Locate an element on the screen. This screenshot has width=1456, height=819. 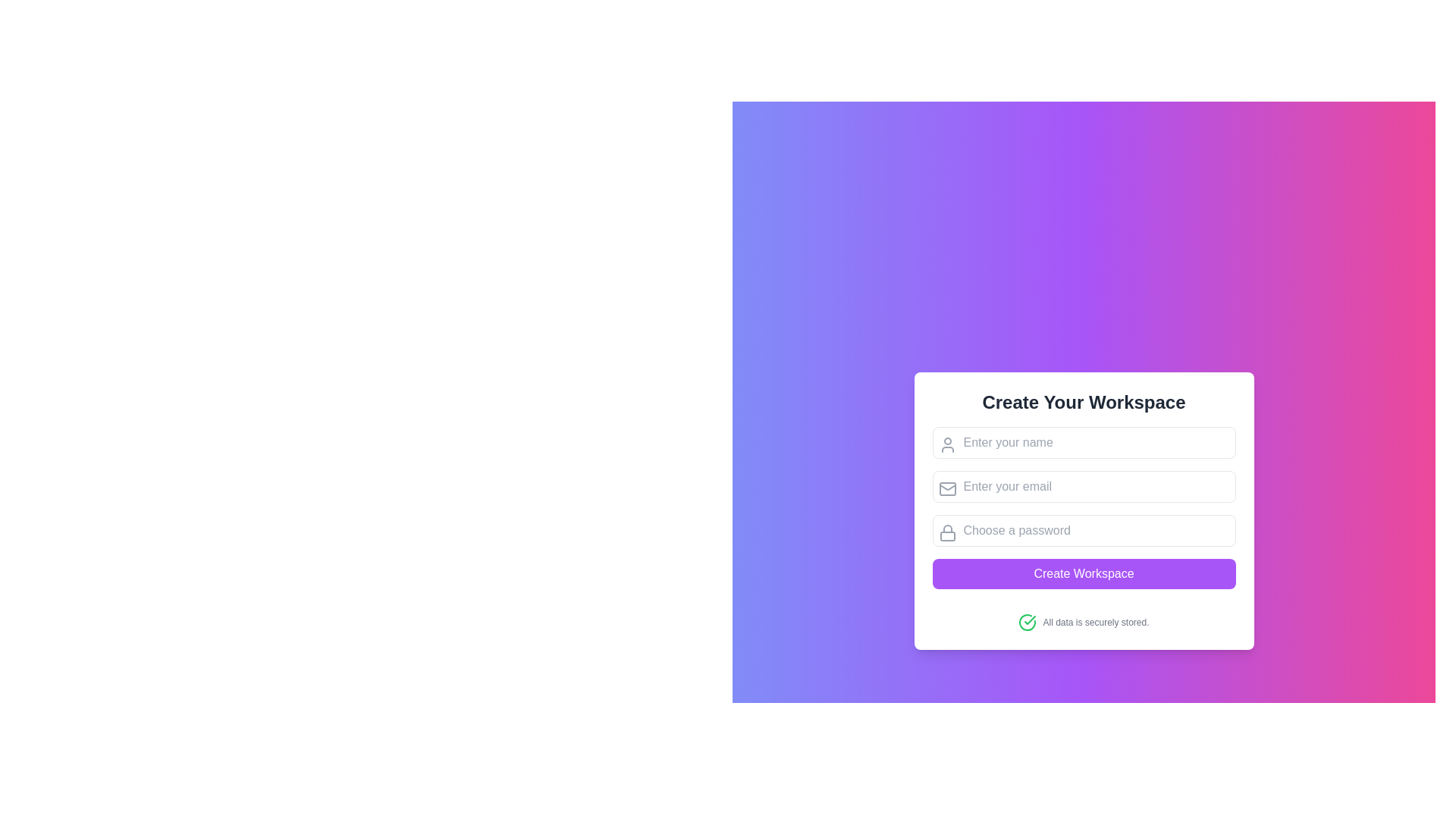
the icon that signifies the adjacent input field for the user's name entry, located to the left of the 'Enter your name' input field is located at coordinates (946, 444).